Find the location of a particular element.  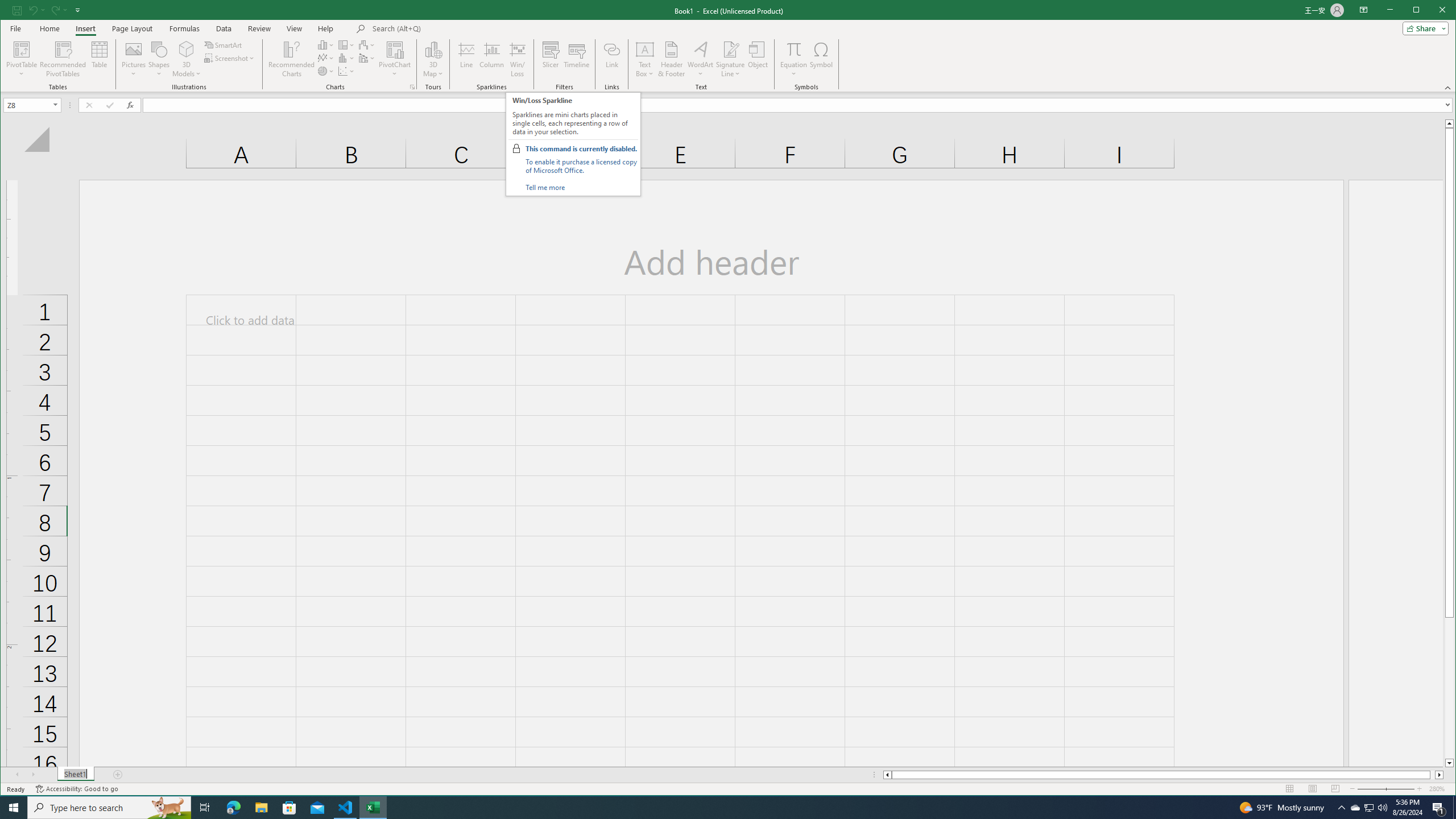

'Insert Scatter (X, Y) or Bubble Chart' is located at coordinates (346, 71).